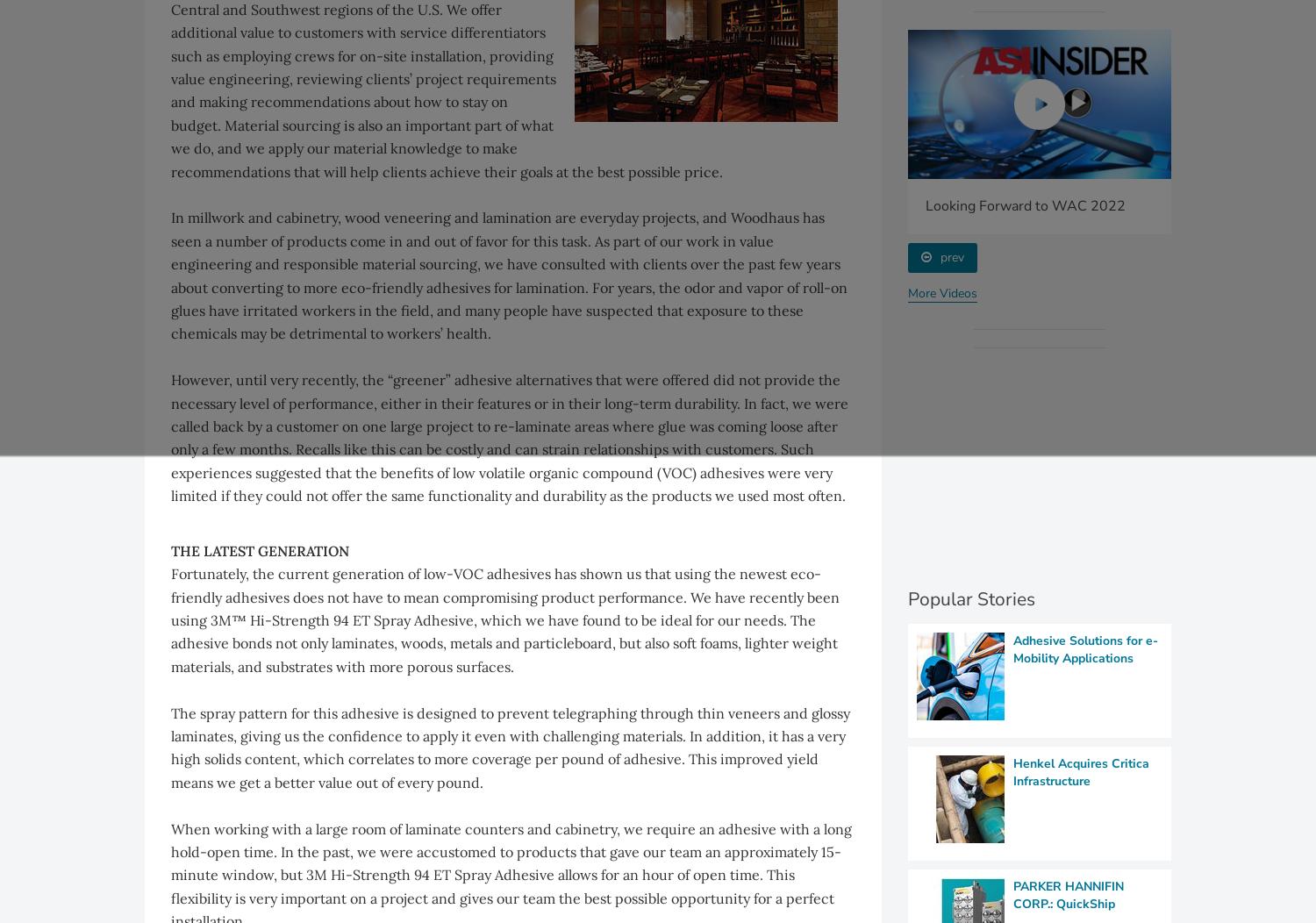  What do you see at coordinates (941, 292) in the screenshot?
I see `'More Videos'` at bounding box center [941, 292].